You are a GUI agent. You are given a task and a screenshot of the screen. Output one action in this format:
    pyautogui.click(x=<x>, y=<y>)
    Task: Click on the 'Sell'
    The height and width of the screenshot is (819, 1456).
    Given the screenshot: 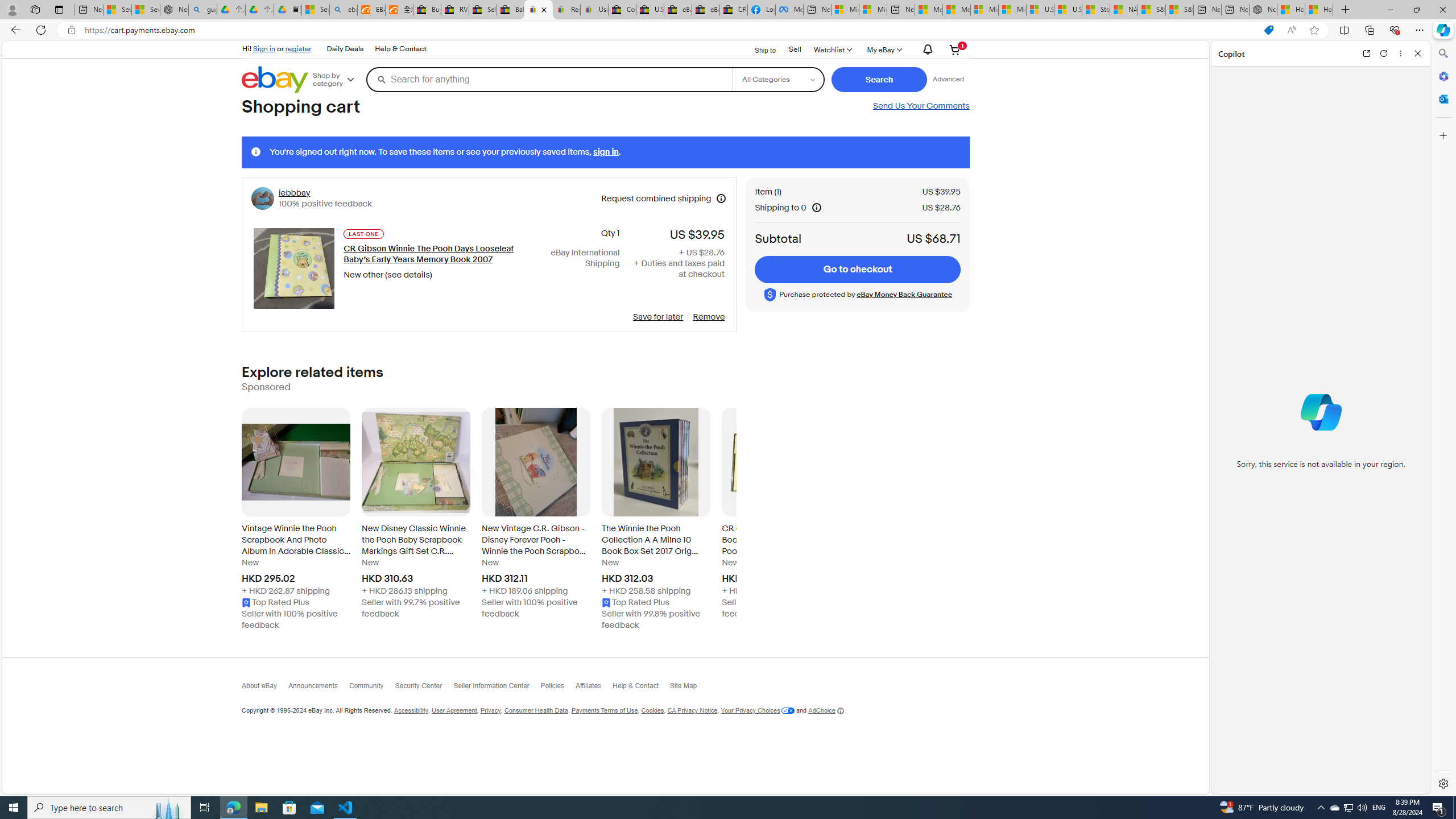 What is the action you would take?
    pyautogui.click(x=795, y=48)
    